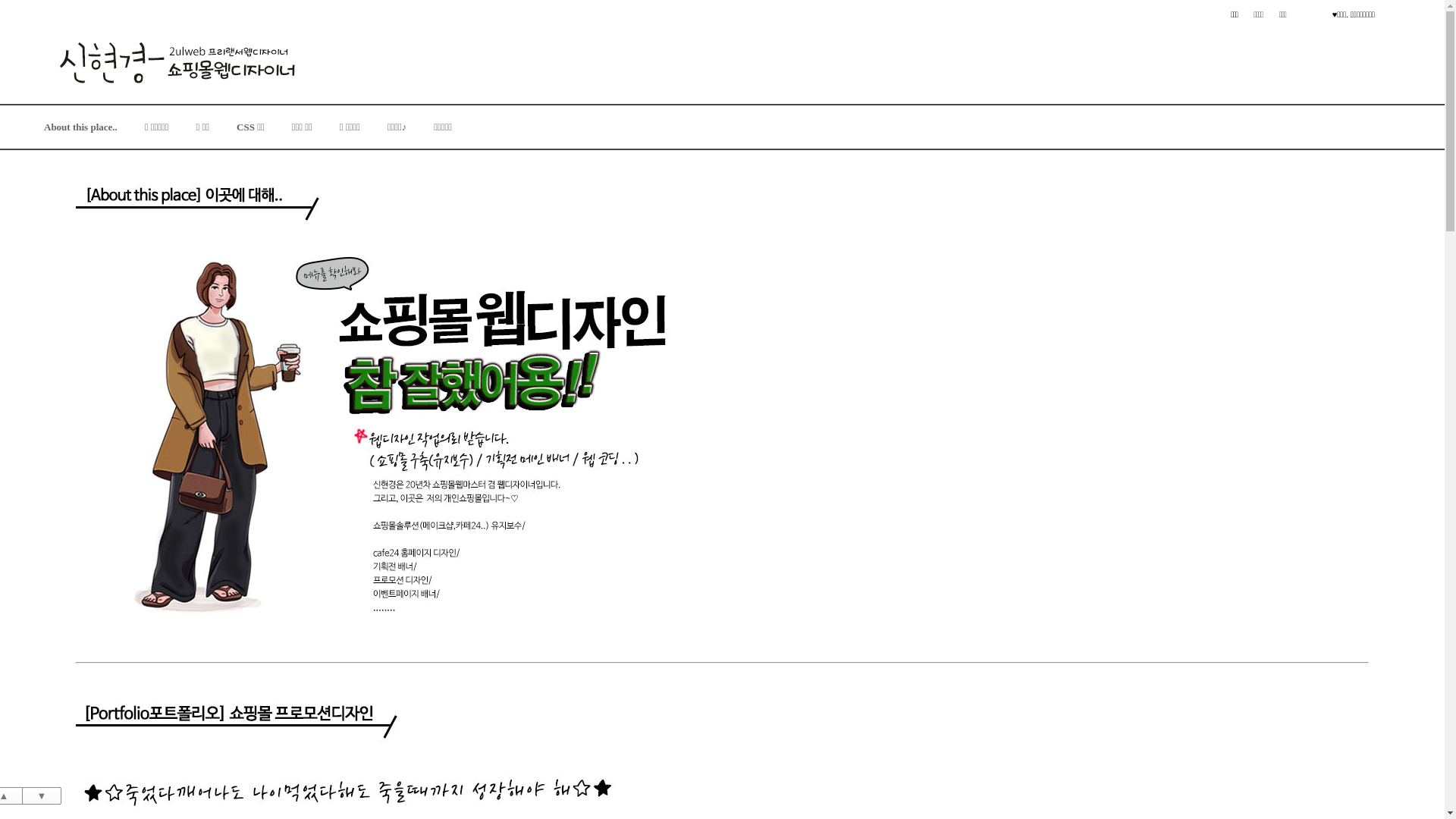 Image resolution: width=1456 pixels, height=819 pixels. Describe the element at coordinates (80, 126) in the screenshot. I see `'About this place..'` at that location.